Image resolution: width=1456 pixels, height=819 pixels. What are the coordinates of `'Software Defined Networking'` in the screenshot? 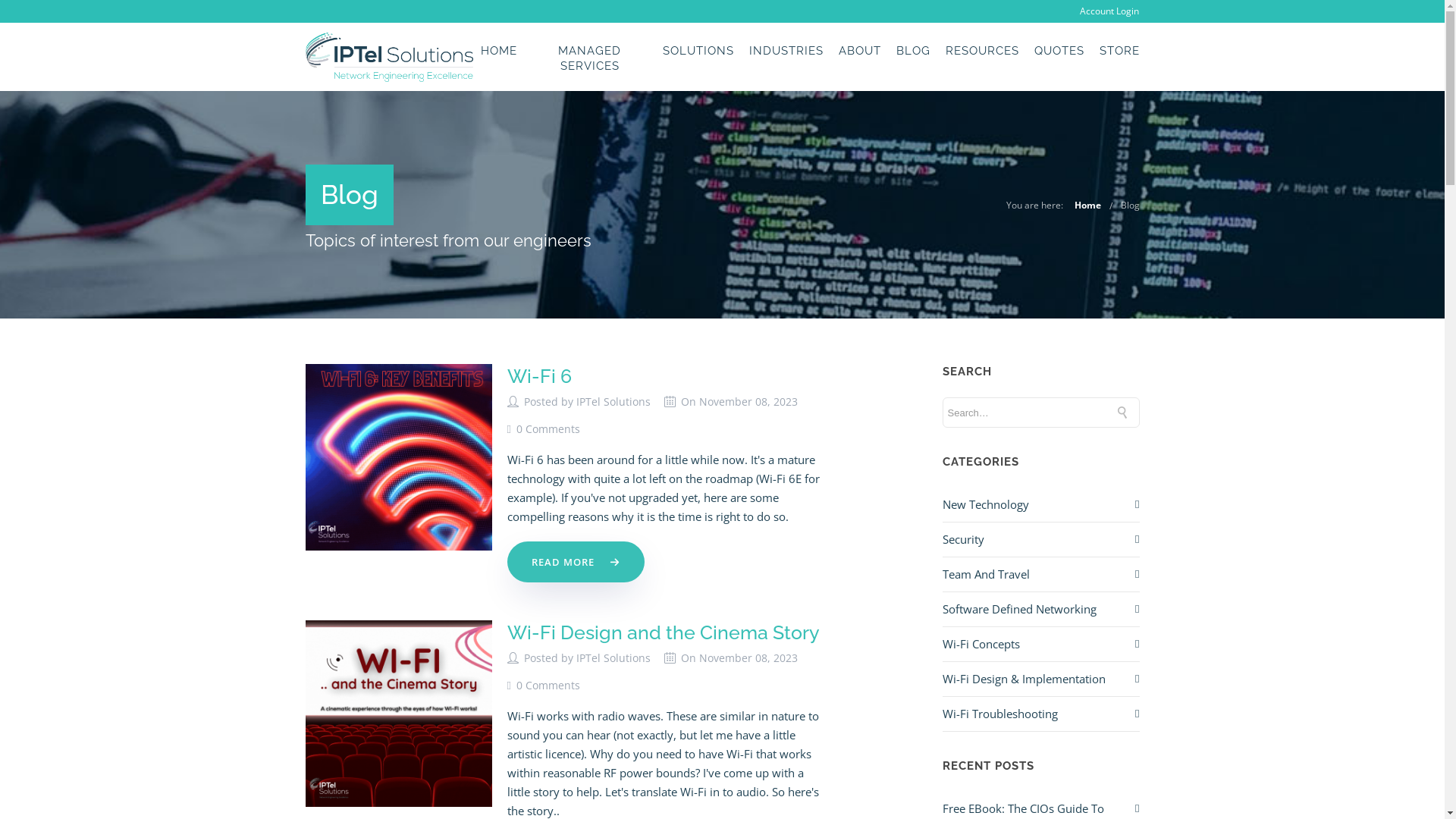 It's located at (1018, 608).